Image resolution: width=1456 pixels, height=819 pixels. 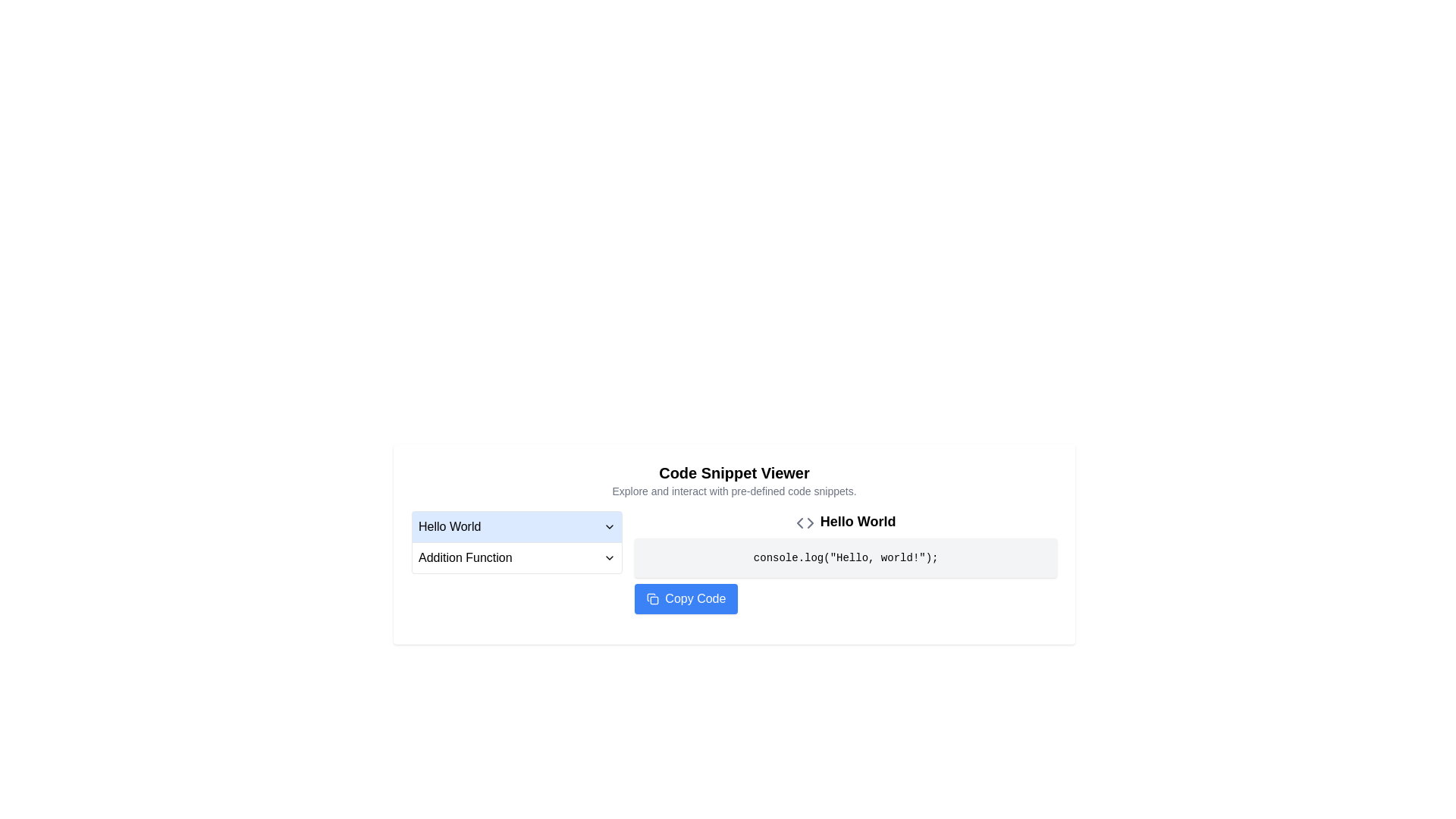 What do you see at coordinates (799, 522) in the screenshot?
I see `the left-pointing chevron icon, which is part of a pair of chevron icons adjacent to the text 'Hello World'` at bounding box center [799, 522].